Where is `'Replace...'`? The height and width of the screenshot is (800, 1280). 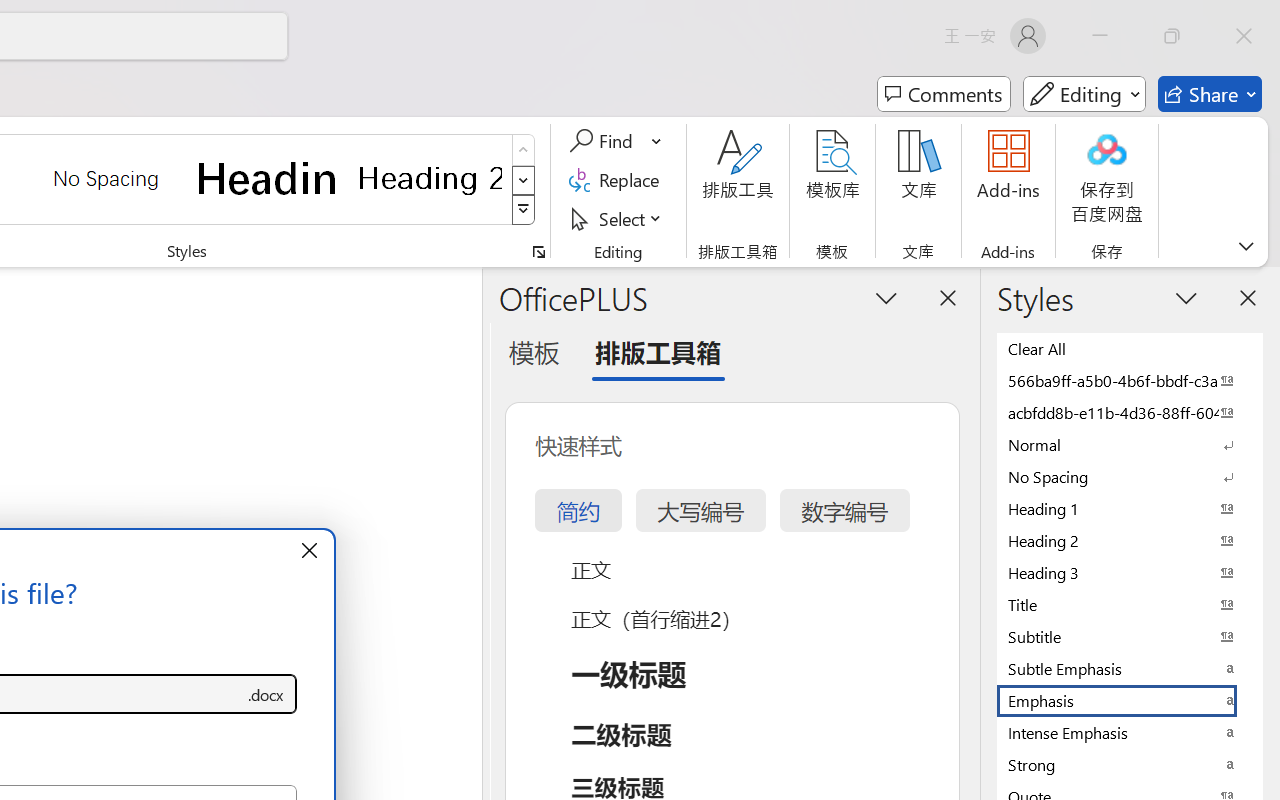
'Replace...' is located at coordinates (616, 179).